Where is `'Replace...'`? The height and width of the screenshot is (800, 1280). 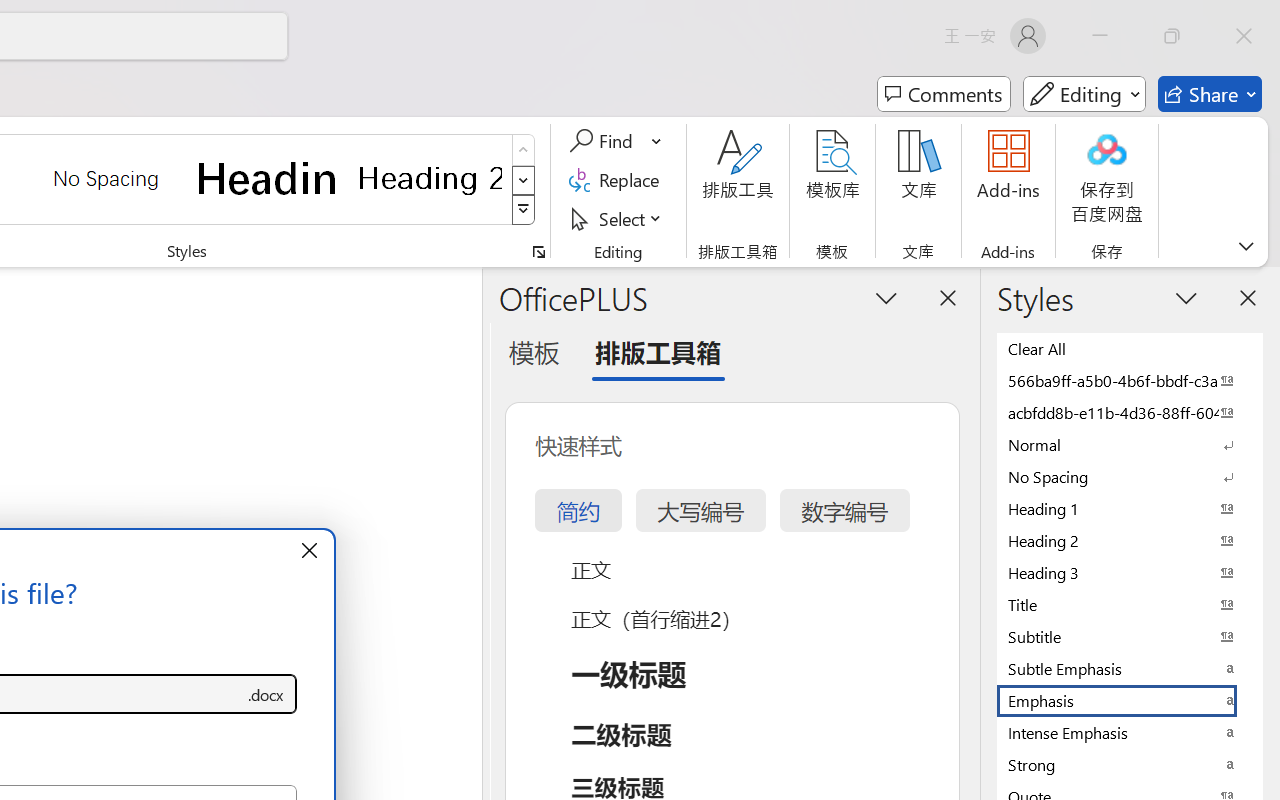
'Replace...' is located at coordinates (616, 179).